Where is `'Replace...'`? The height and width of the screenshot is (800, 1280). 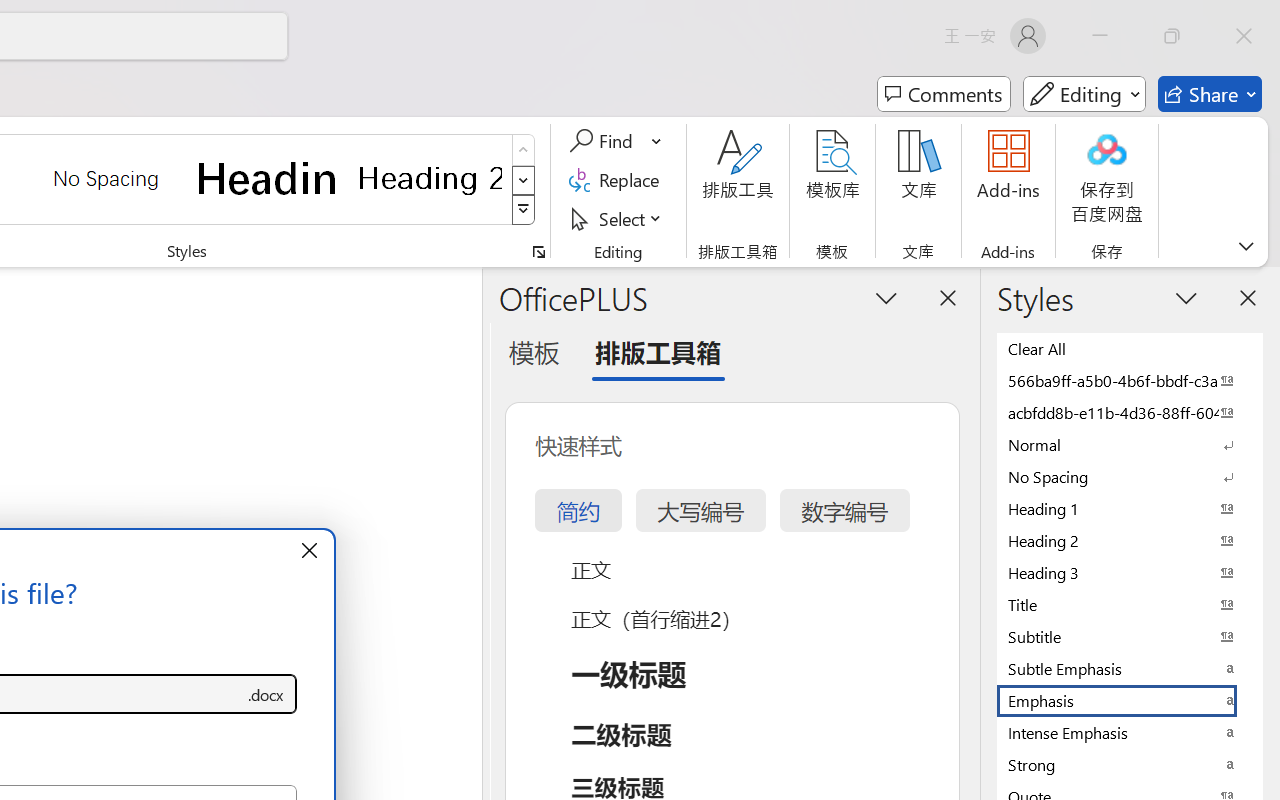
'Replace...' is located at coordinates (616, 179).